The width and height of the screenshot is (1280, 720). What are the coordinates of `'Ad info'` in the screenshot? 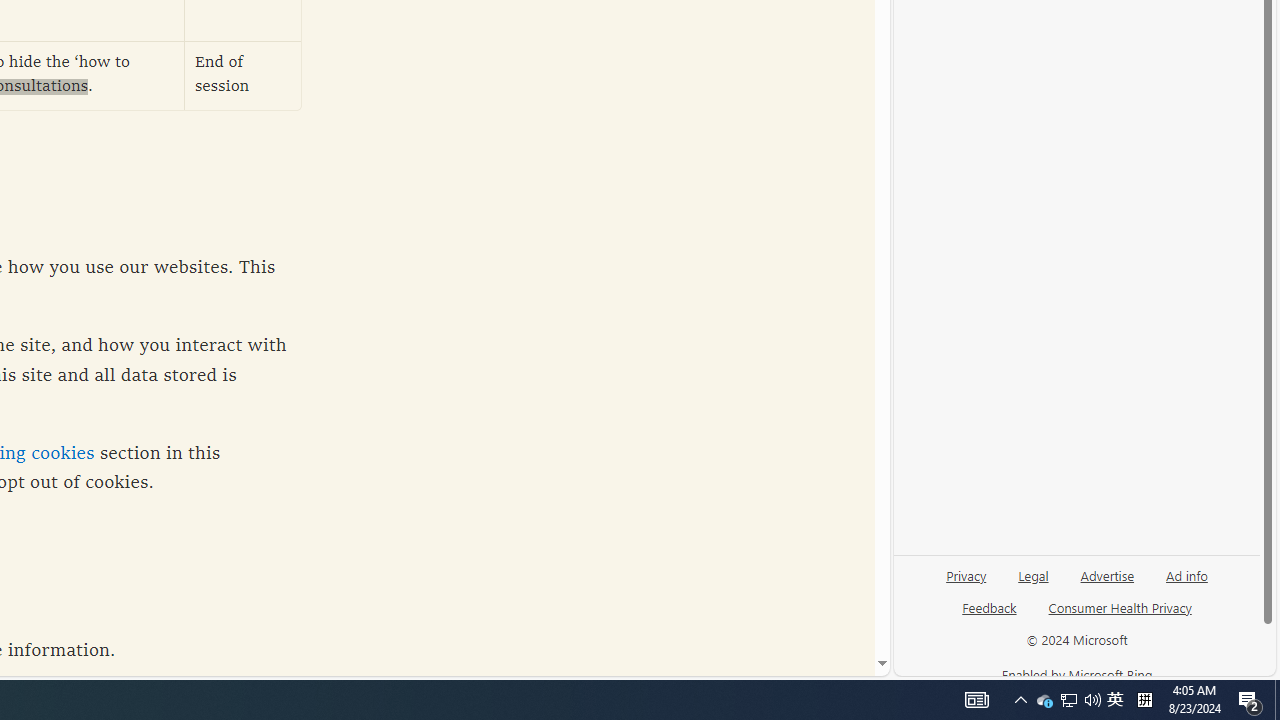 It's located at (1186, 583).